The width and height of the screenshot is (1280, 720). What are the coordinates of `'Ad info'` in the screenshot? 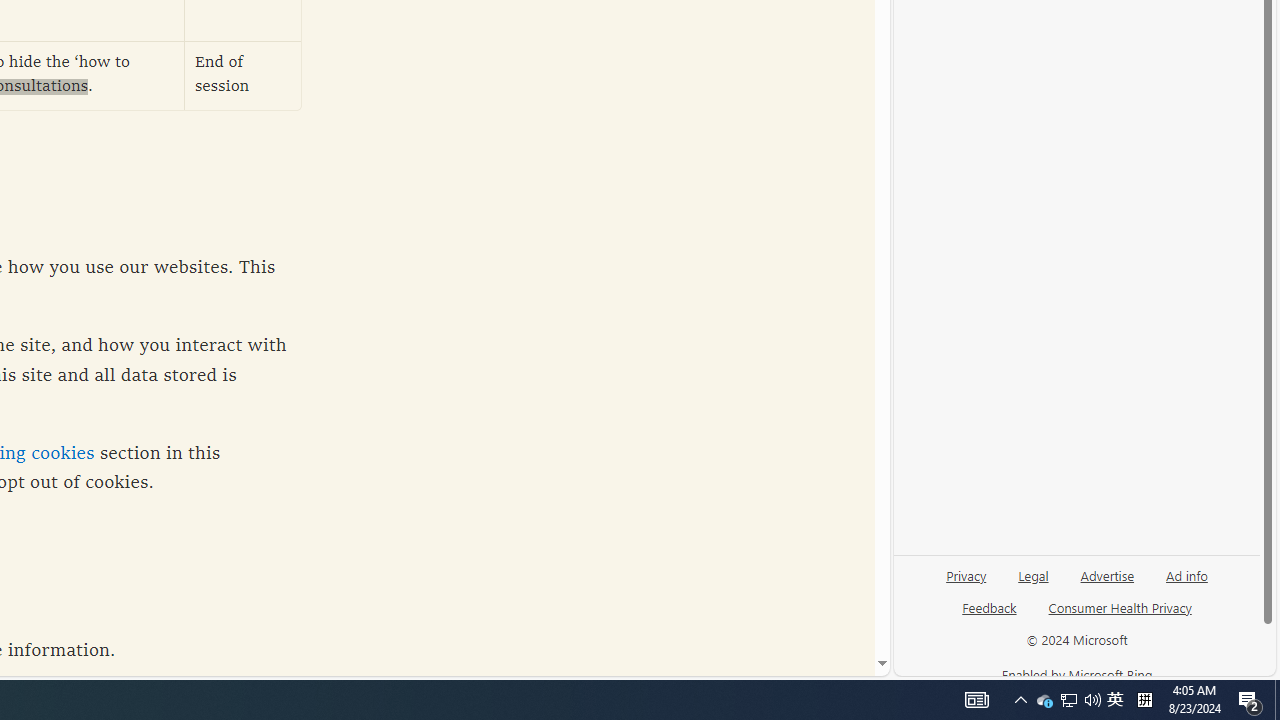 It's located at (1186, 583).